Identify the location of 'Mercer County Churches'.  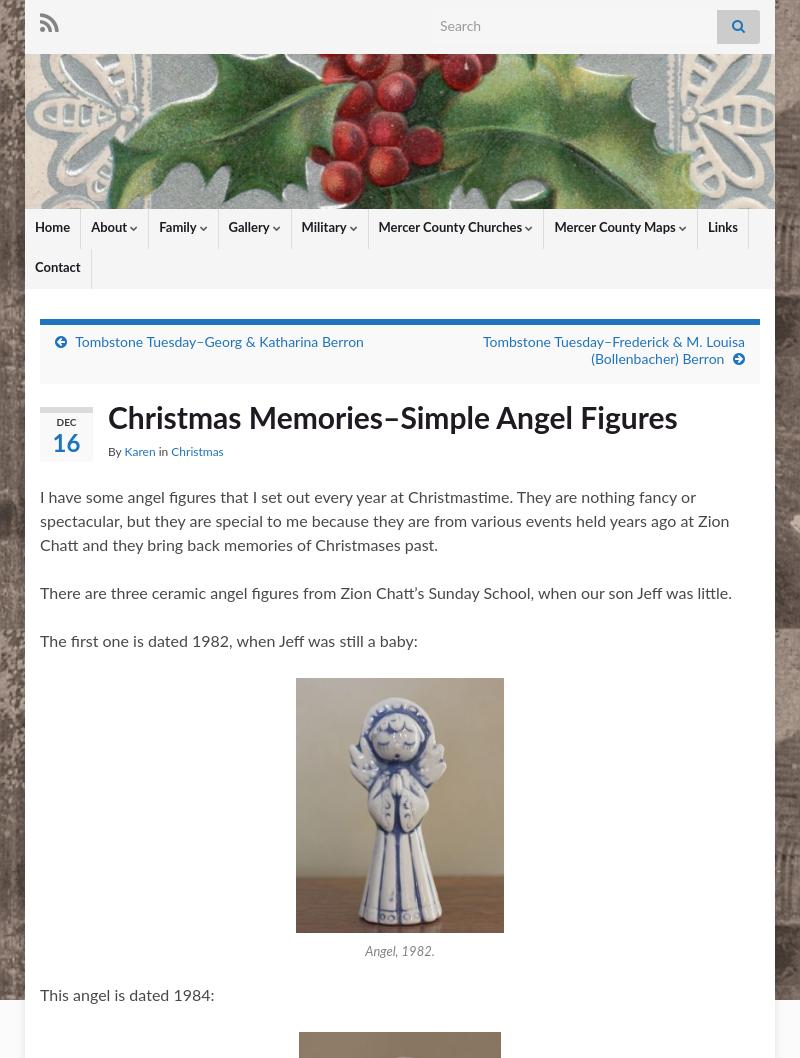
(450, 227).